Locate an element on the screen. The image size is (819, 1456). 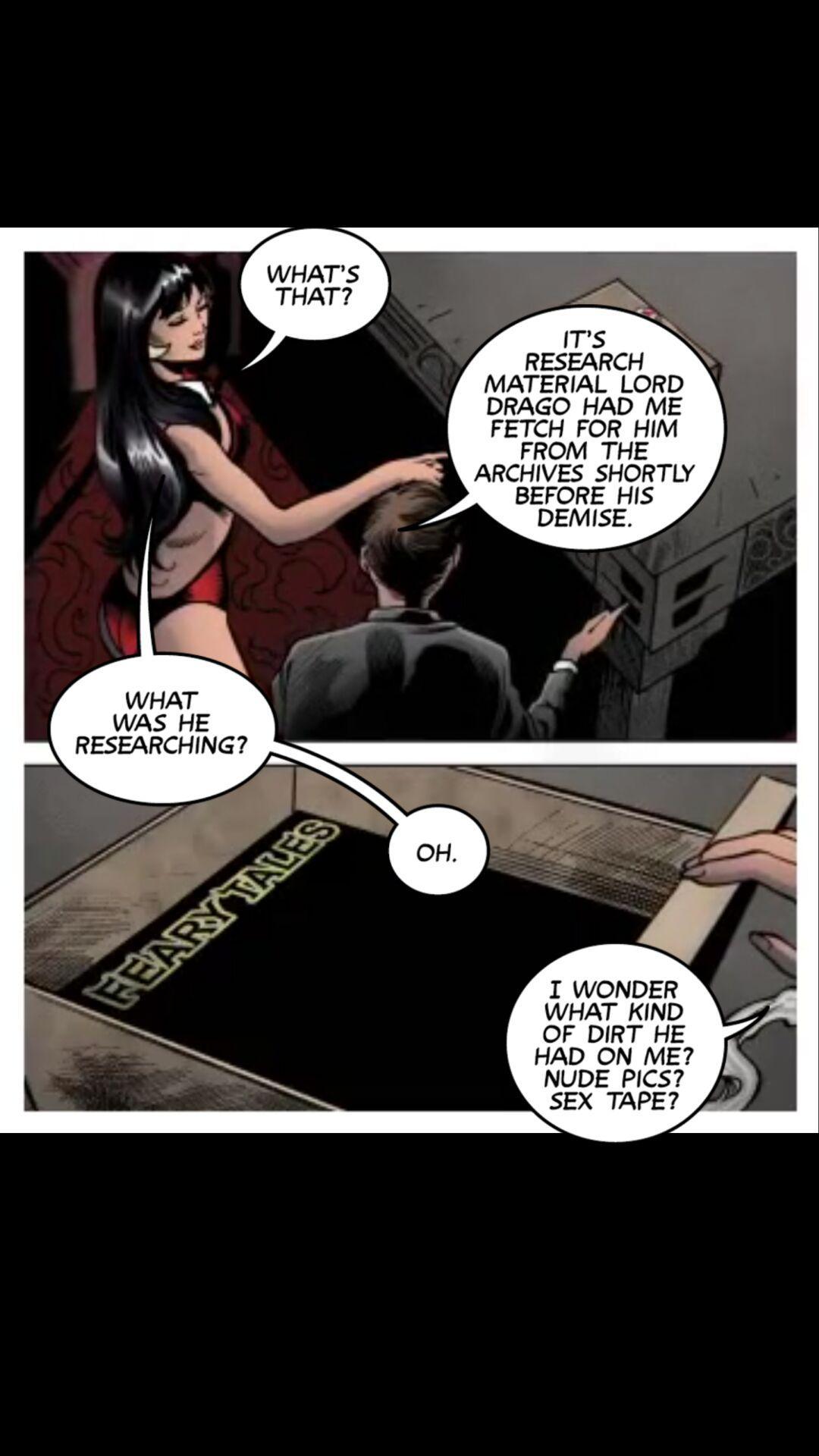
for comics is located at coordinates (306, 302).